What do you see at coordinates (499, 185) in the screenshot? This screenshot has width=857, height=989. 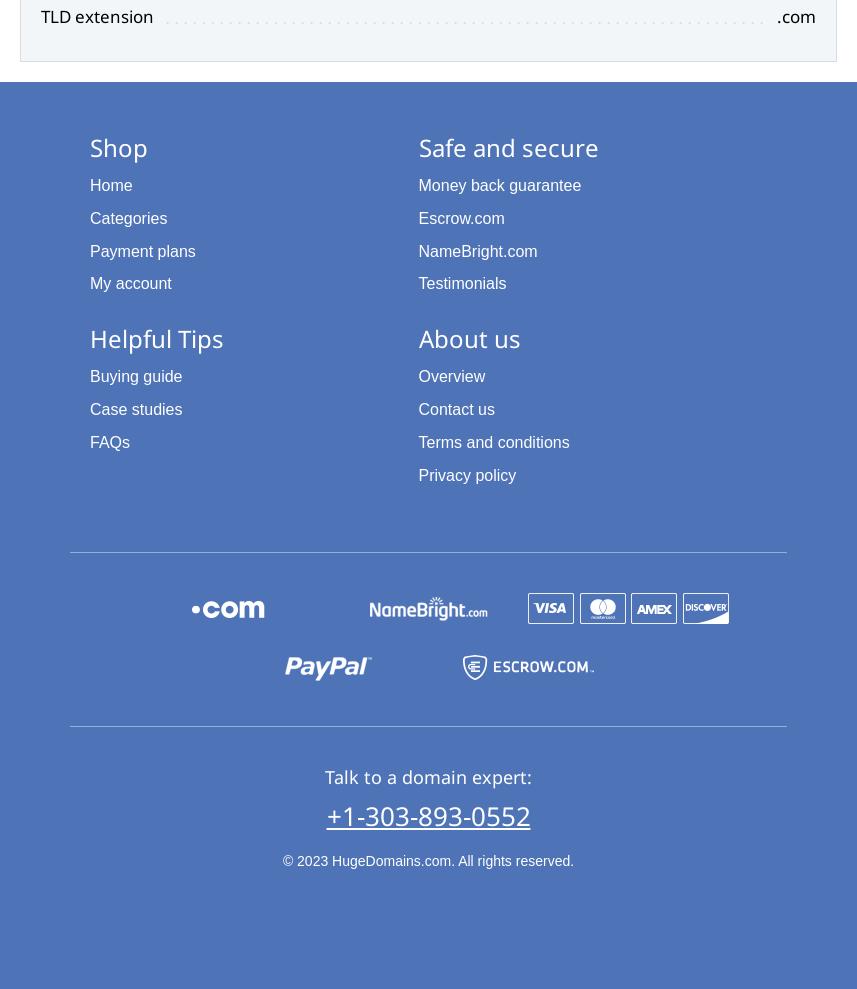 I see `'Money back guarantee'` at bounding box center [499, 185].